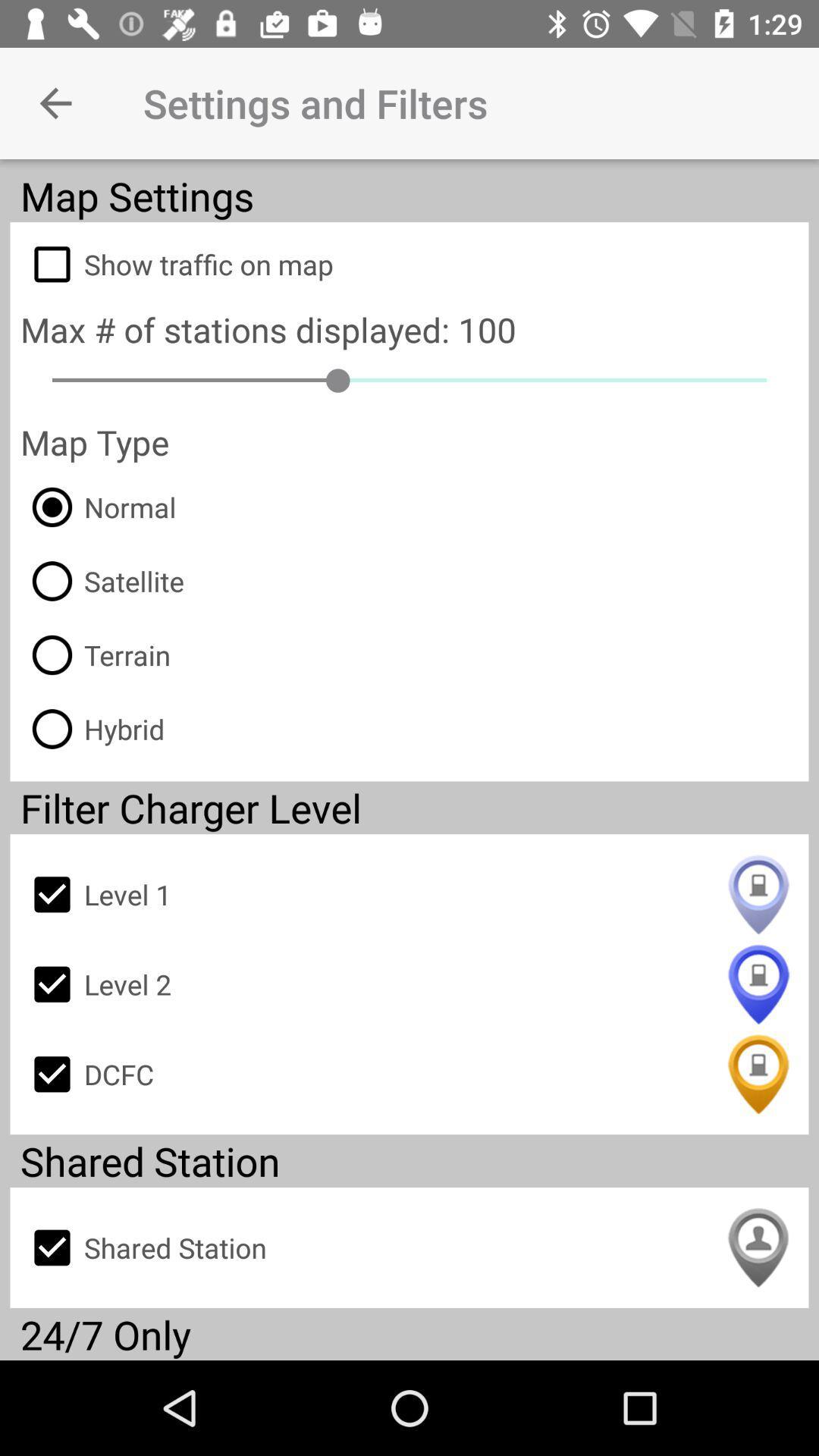 The height and width of the screenshot is (1456, 819). I want to click on item above level 2 icon, so click(409, 894).